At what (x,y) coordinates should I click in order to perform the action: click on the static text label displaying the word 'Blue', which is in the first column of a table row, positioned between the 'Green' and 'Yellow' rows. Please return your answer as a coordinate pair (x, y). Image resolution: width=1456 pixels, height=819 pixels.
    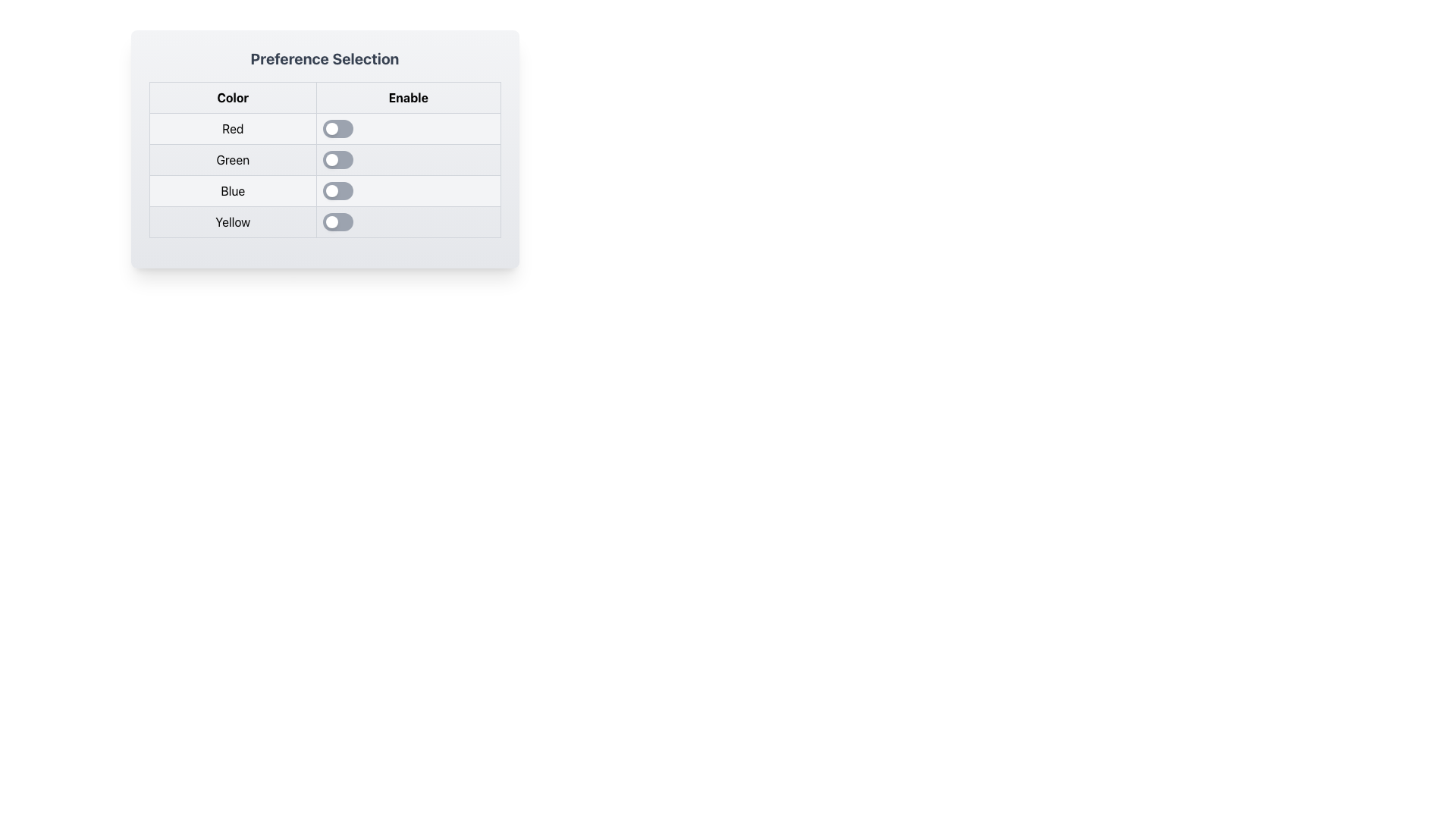
    Looking at the image, I should click on (232, 190).